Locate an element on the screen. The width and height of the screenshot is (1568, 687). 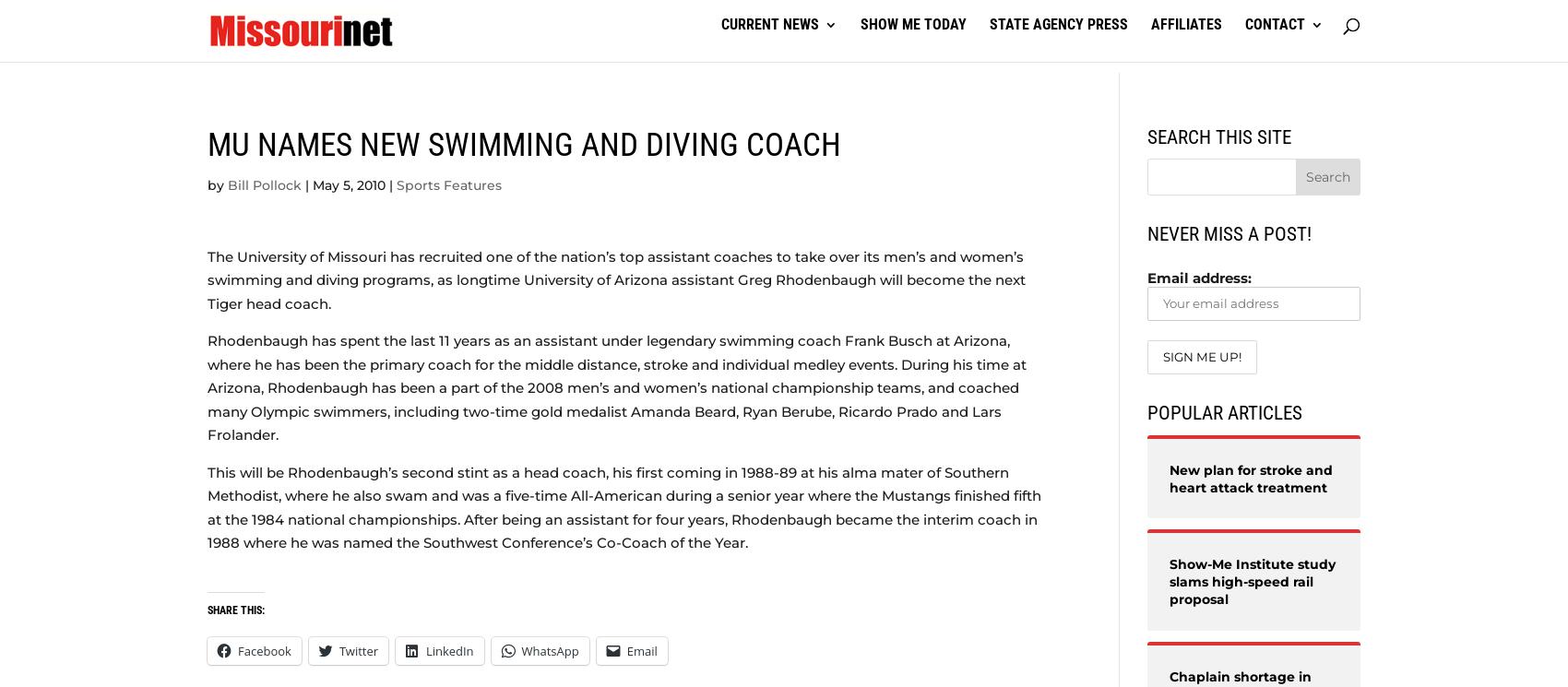
'History' is located at coordinates (1015, 150).